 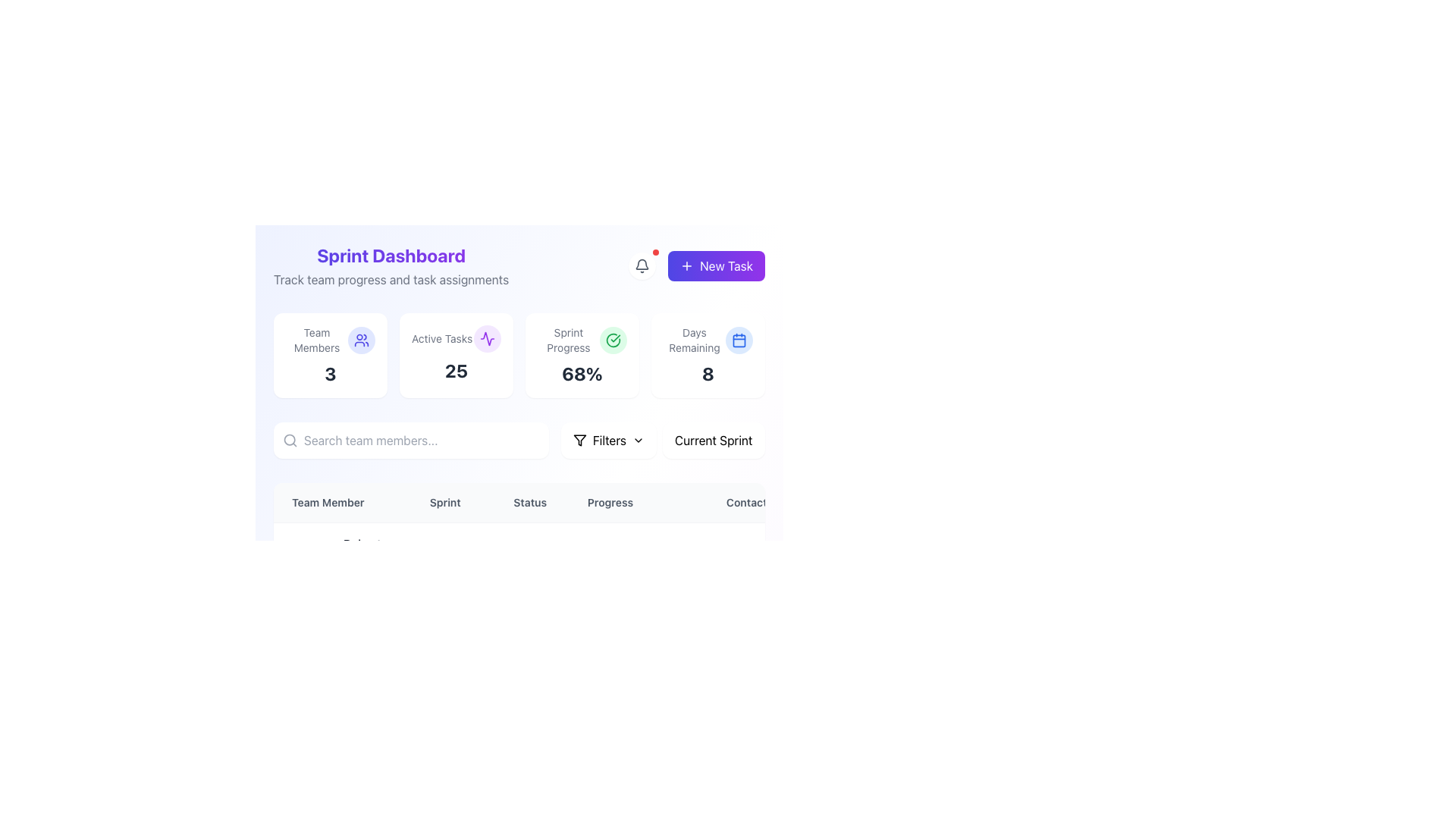 What do you see at coordinates (391, 254) in the screenshot?
I see `text label that displays 'Sprint Dashboard', which is a bold and large gradient colored text positioned at the top-left area of the interface` at bounding box center [391, 254].